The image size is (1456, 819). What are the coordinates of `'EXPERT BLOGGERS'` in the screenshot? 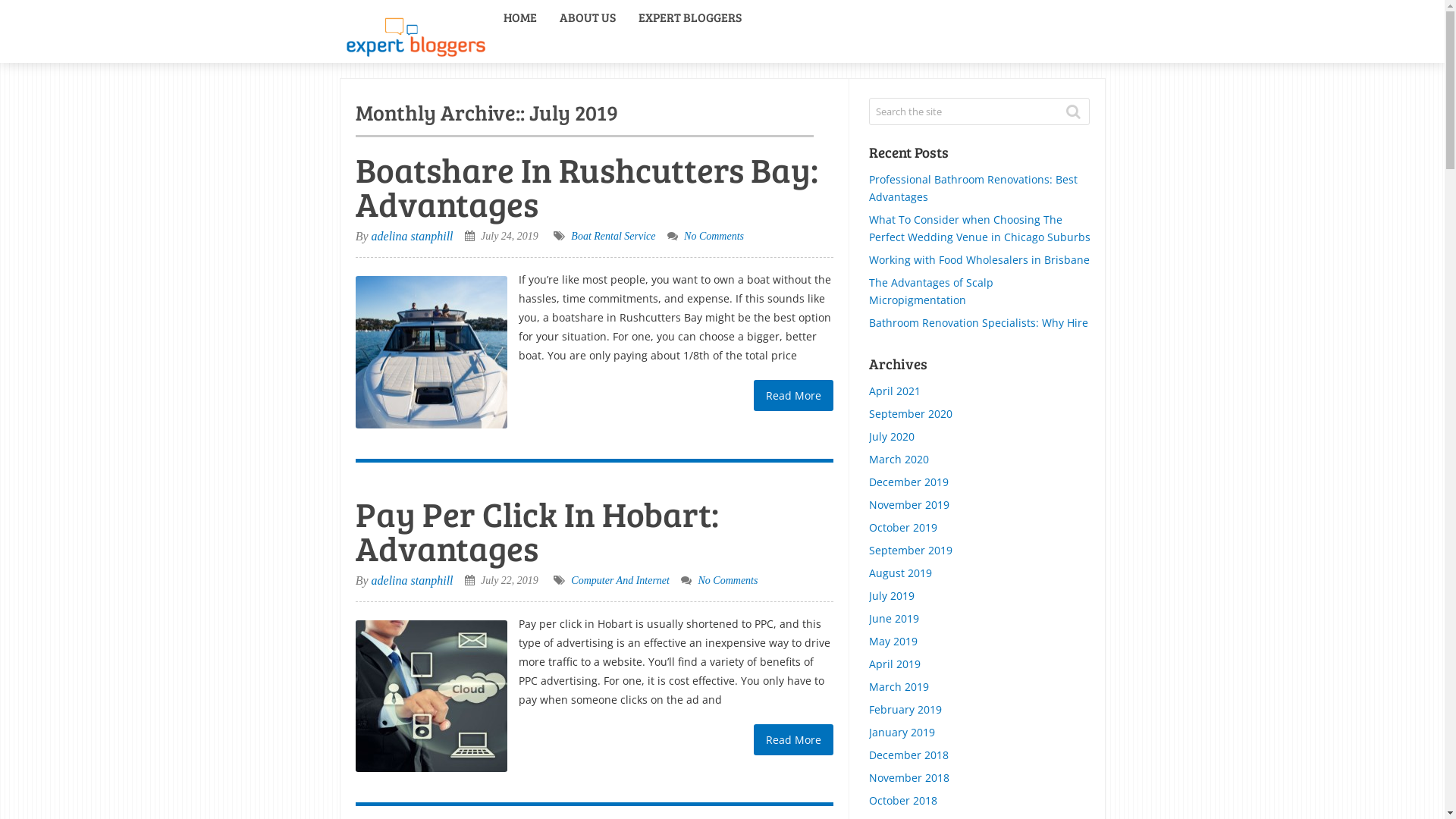 It's located at (626, 17).